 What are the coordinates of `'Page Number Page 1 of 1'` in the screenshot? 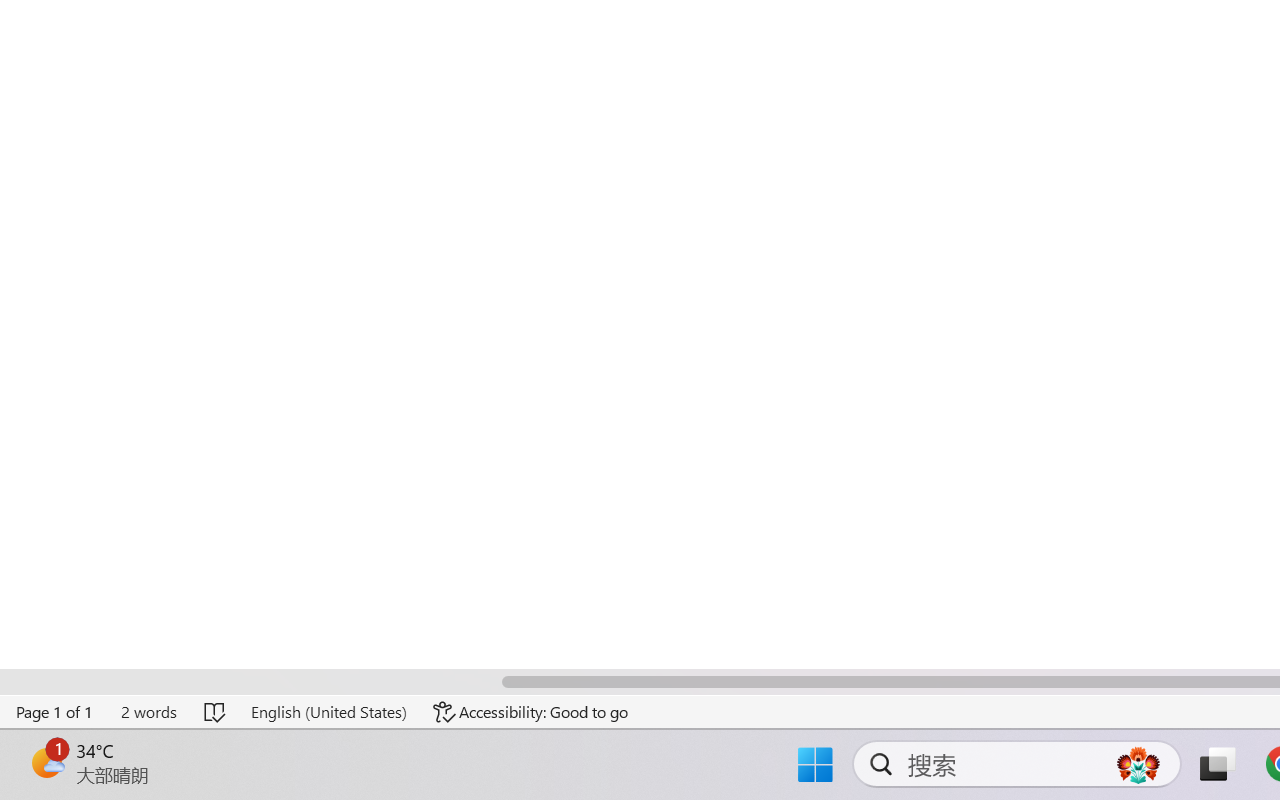 It's located at (55, 711).